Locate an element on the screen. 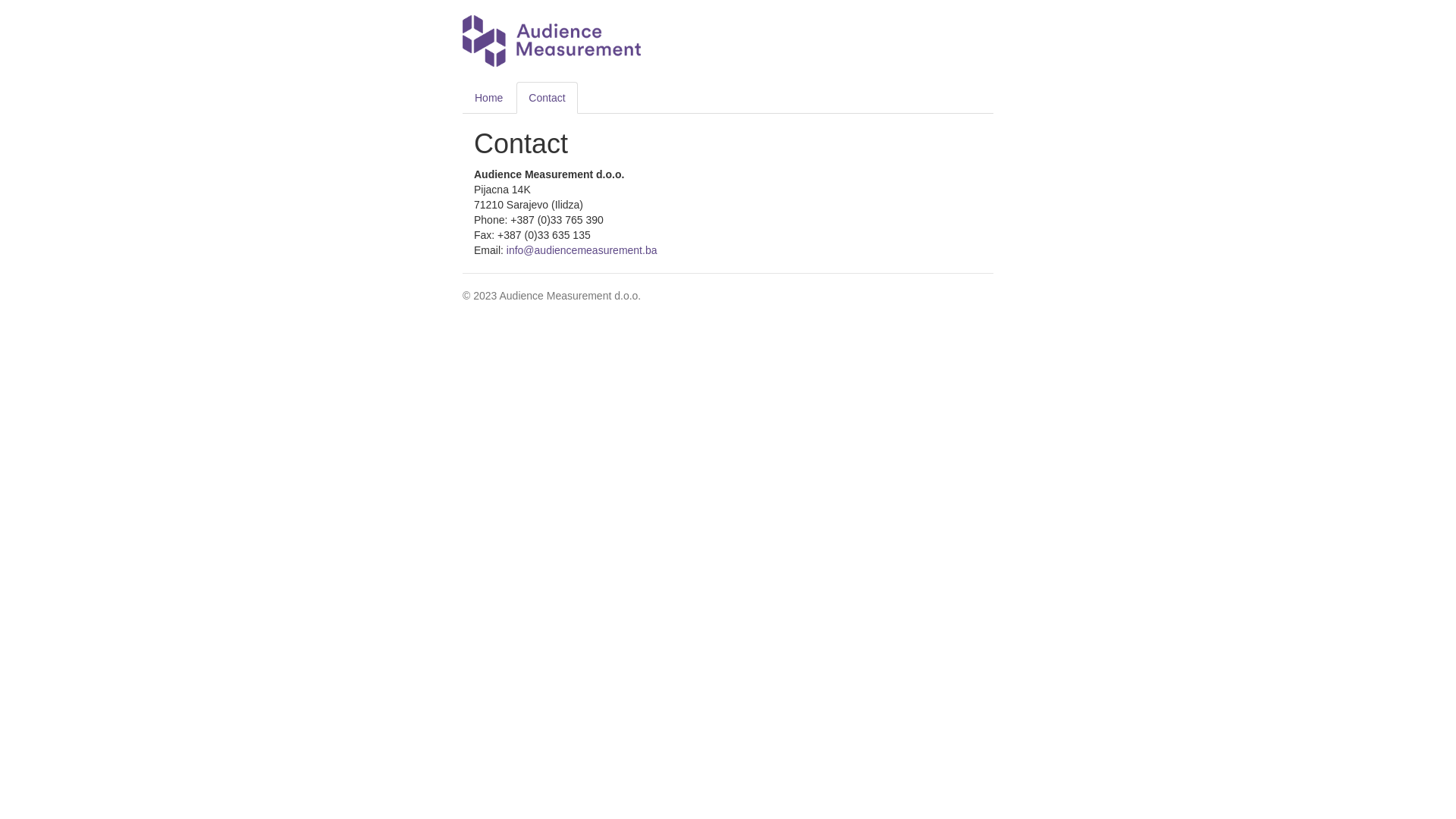 This screenshot has height=819, width=1456. 'Home' is located at coordinates (488, 97).